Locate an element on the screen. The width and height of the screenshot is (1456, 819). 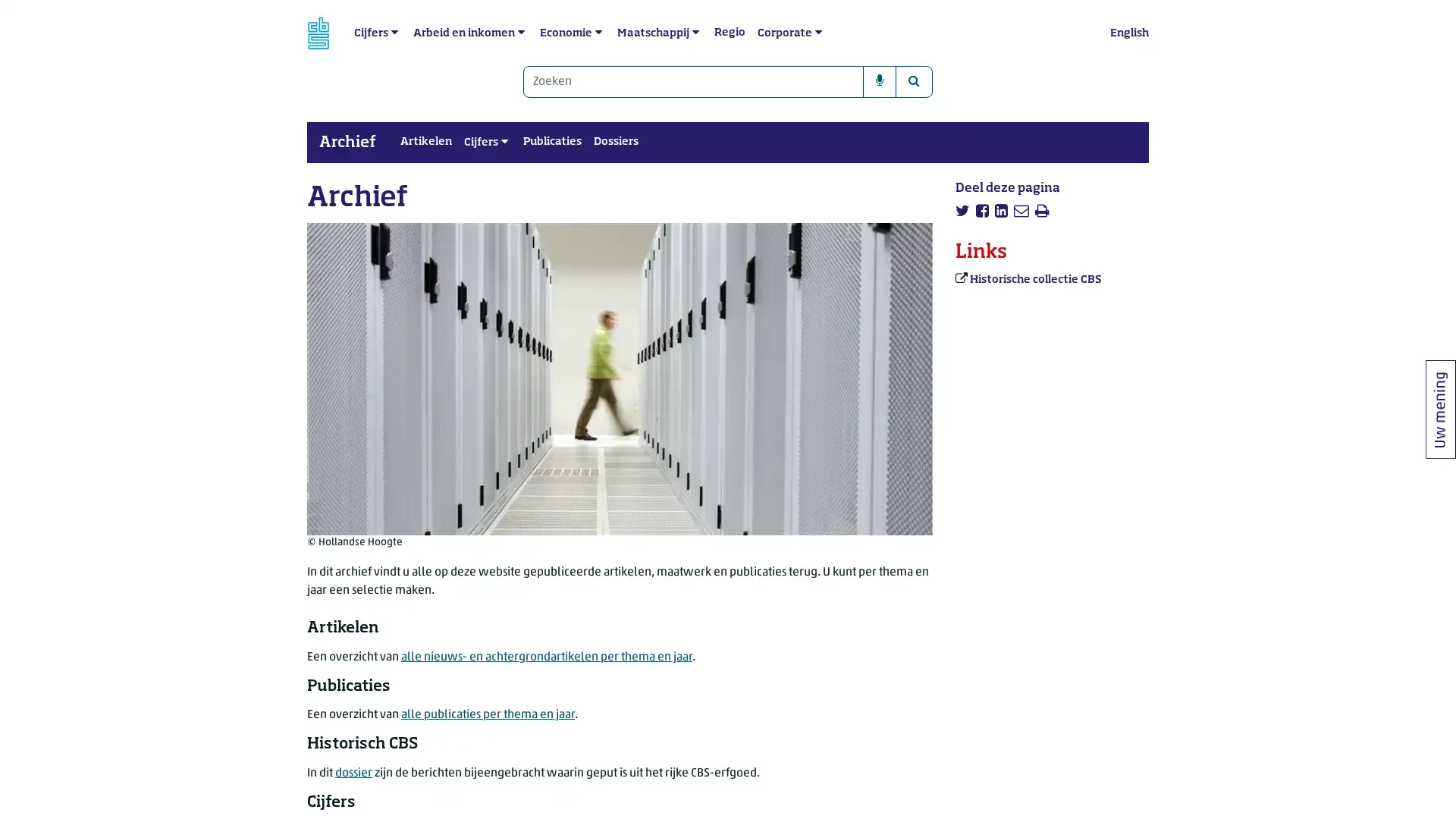
submenu Economie is located at coordinates (598, 32).